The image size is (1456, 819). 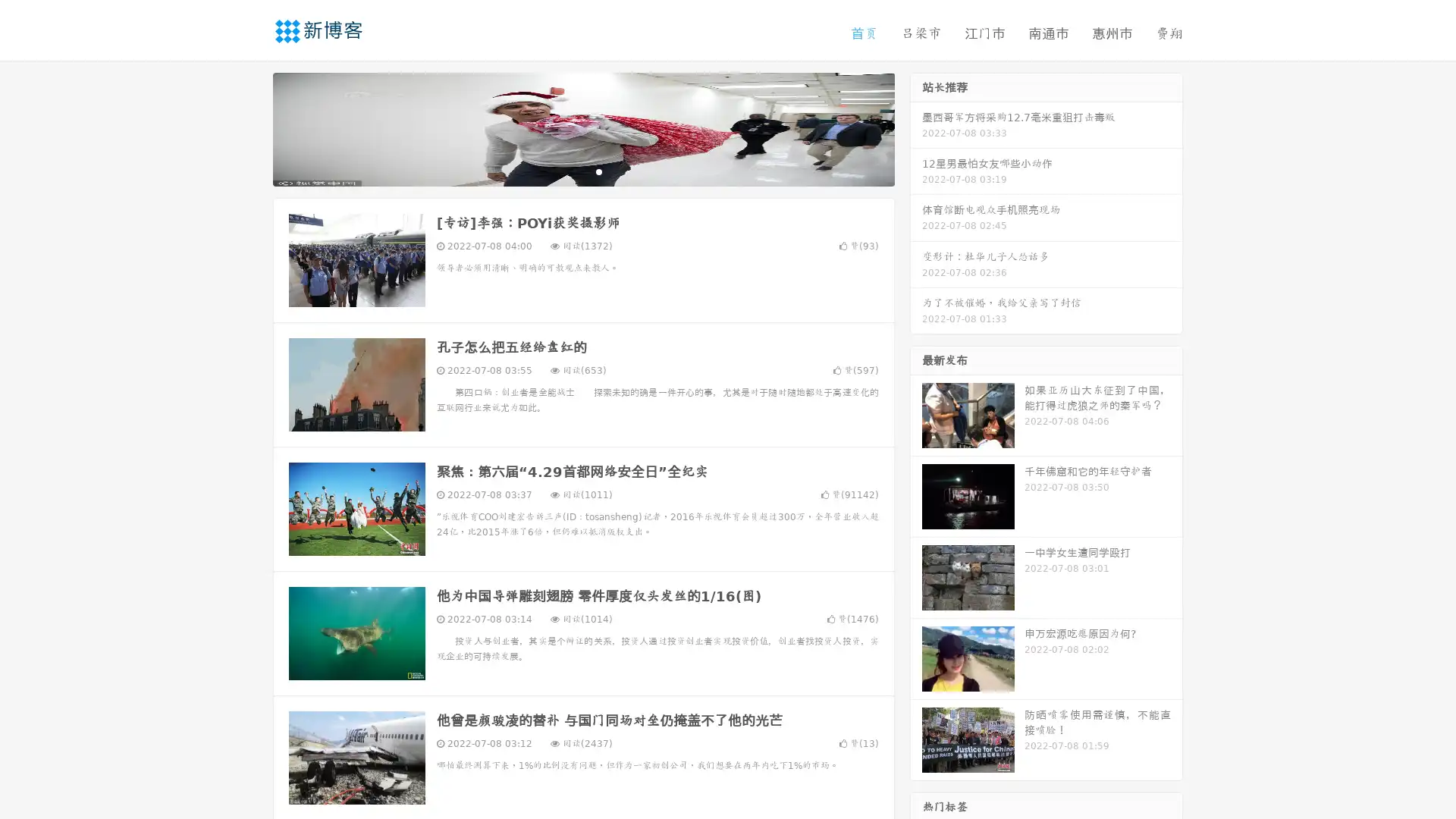 What do you see at coordinates (567, 171) in the screenshot?
I see `Go to slide 1` at bounding box center [567, 171].